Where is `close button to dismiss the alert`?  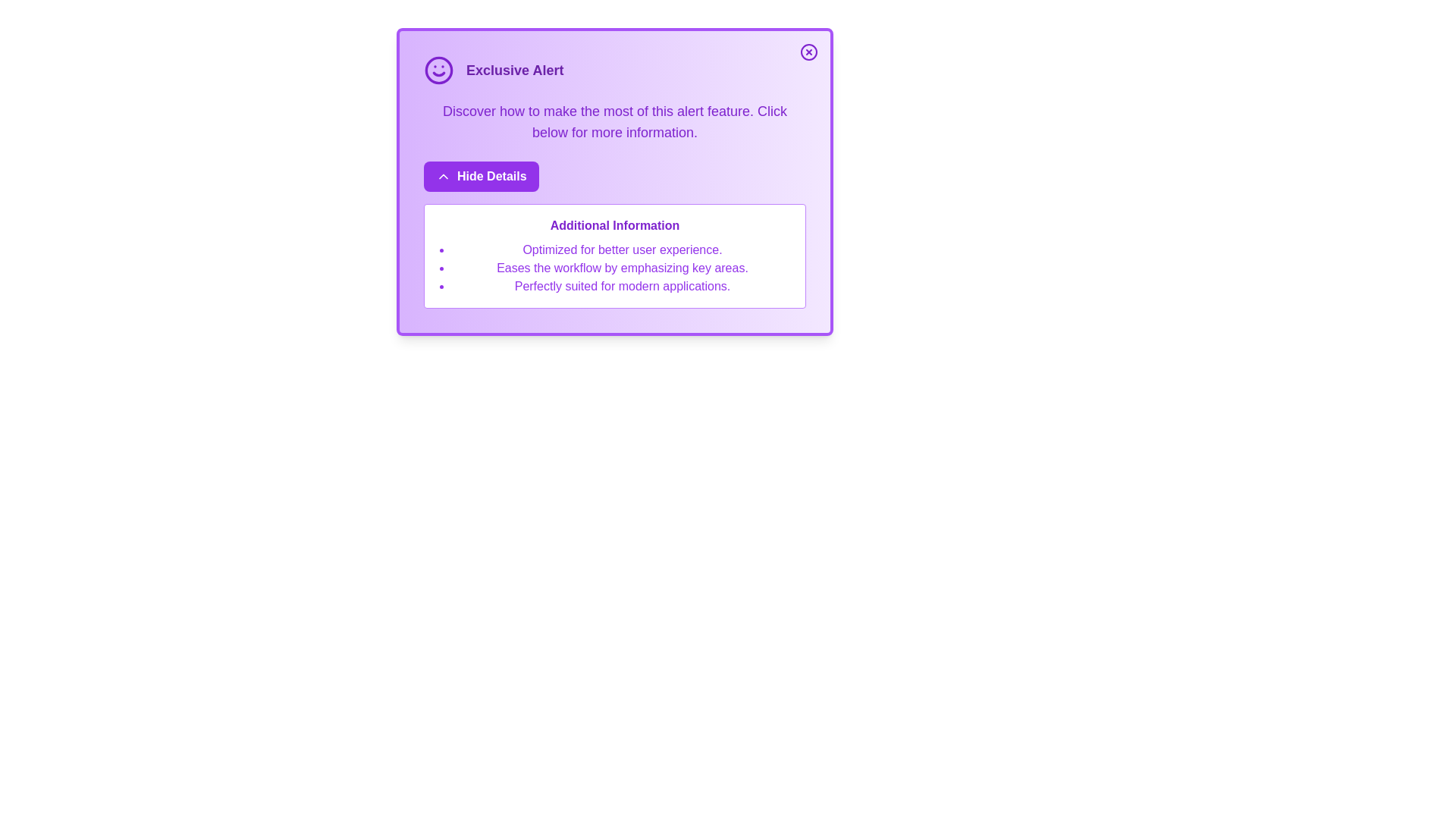 close button to dismiss the alert is located at coordinates (808, 52).